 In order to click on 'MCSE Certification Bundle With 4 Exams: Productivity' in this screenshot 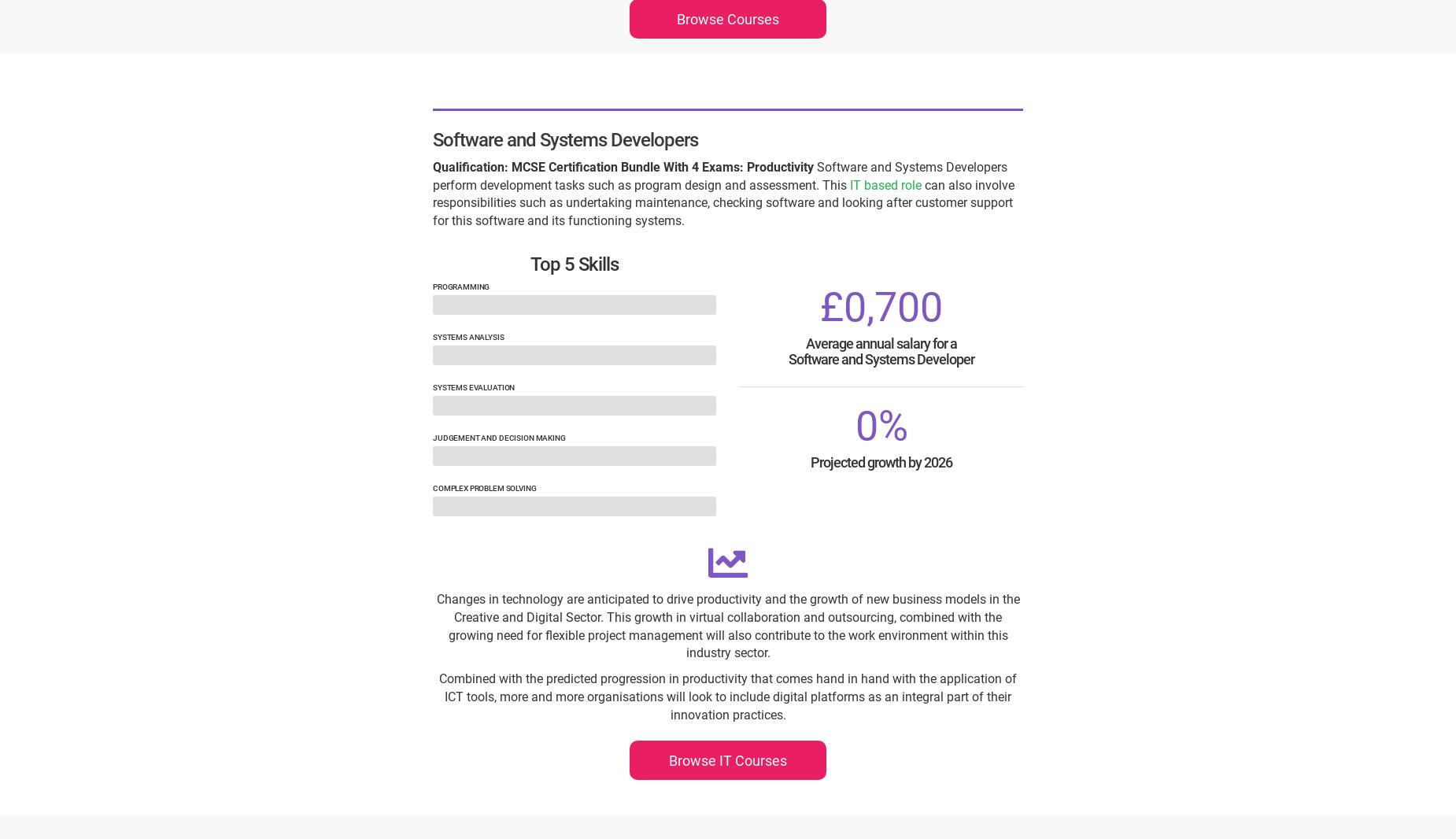, I will do `click(662, 165)`.